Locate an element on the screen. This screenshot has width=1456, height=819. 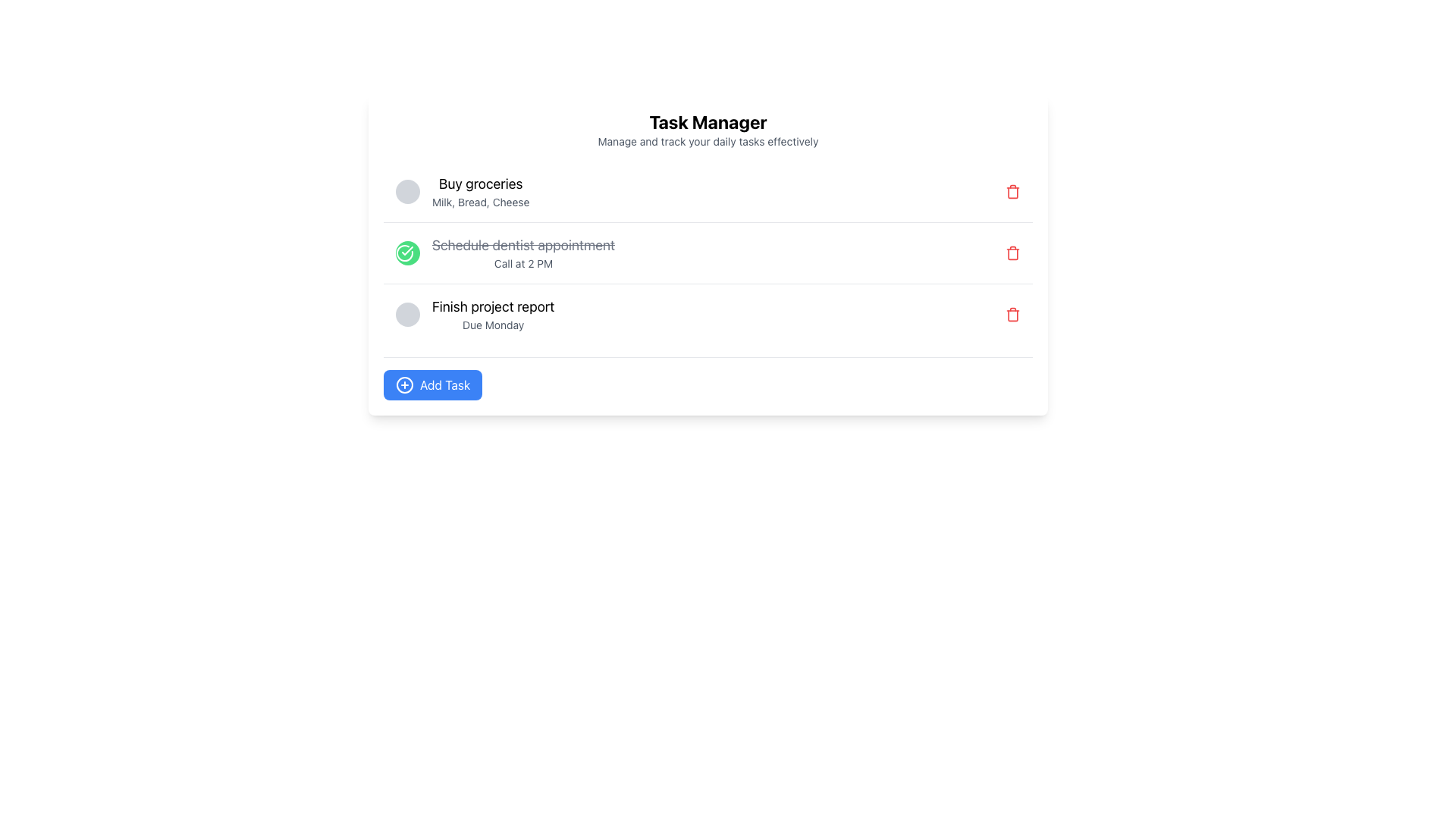
the circular icon featuring a plus sign, located to the left of the 'Add Task' button is located at coordinates (404, 384).